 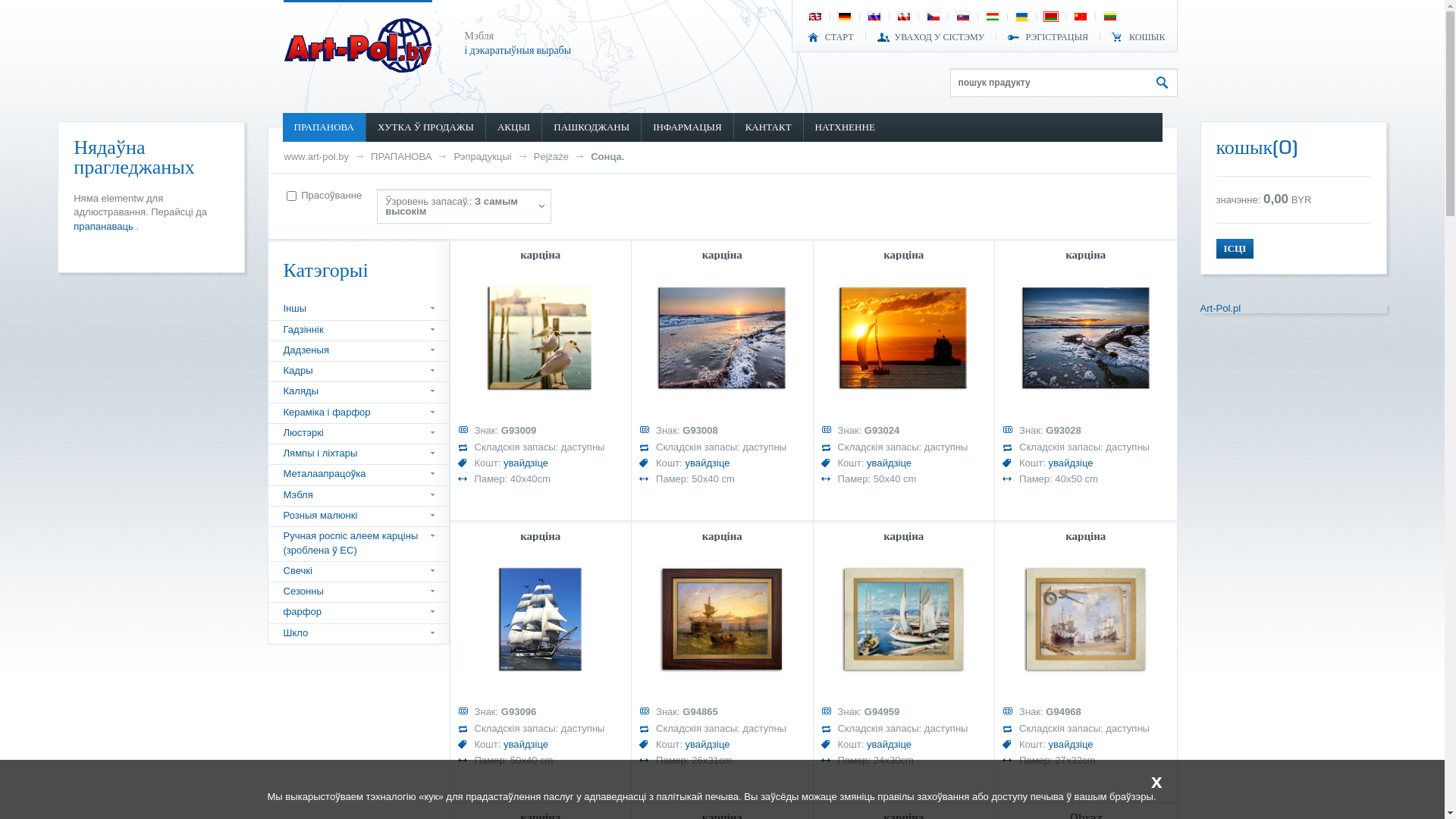 I want to click on 'de', so click(x=843, y=17).